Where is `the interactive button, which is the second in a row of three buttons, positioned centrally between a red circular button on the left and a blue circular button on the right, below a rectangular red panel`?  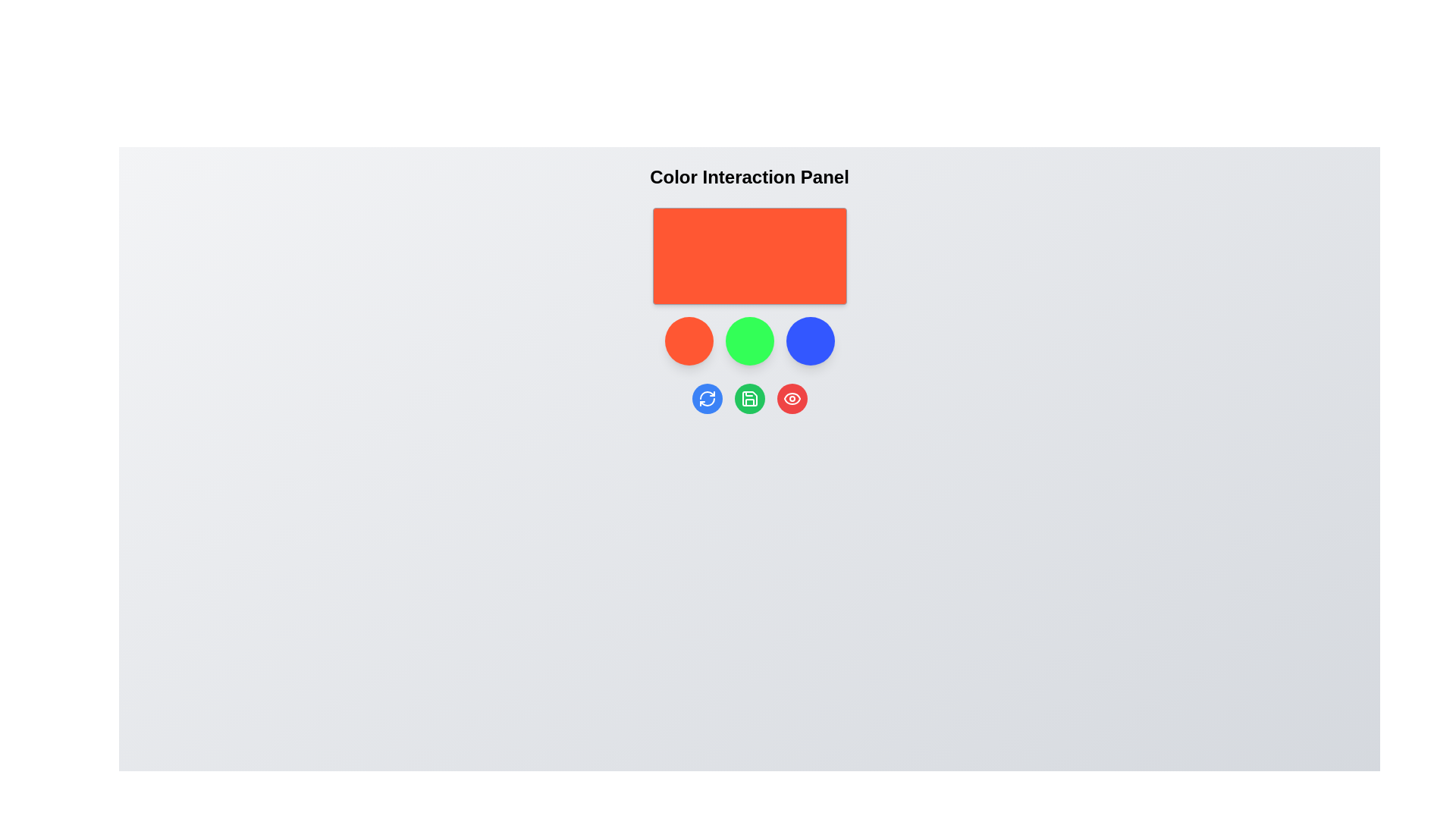
the interactive button, which is the second in a row of three buttons, positioned centrally between a red circular button on the left and a blue circular button on the right, below a rectangular red panel is located at coordinates (749, 341).